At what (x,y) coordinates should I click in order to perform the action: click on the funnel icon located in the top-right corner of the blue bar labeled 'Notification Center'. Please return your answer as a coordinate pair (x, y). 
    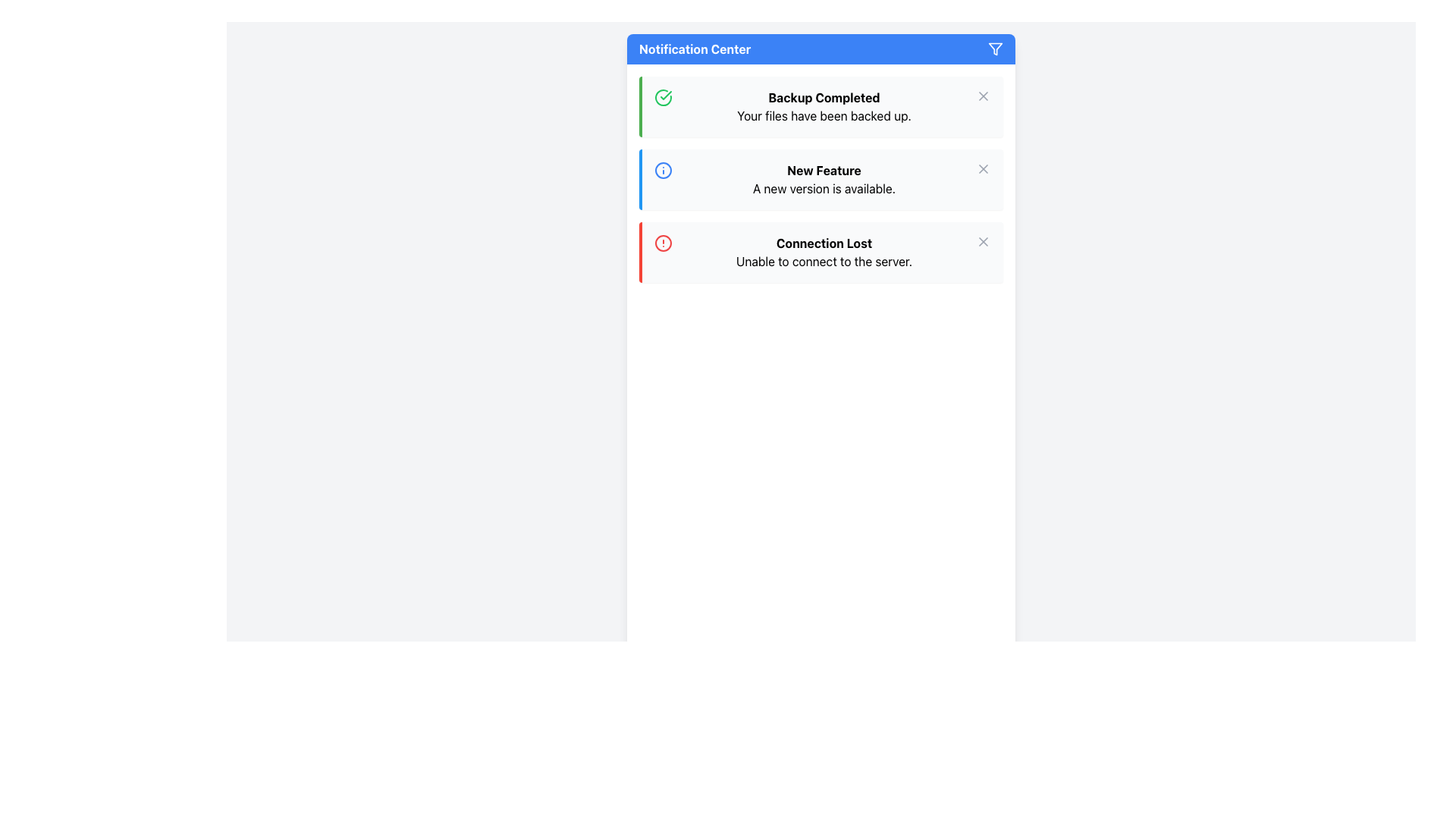
    Looking at the image, I should click on (996, 49).